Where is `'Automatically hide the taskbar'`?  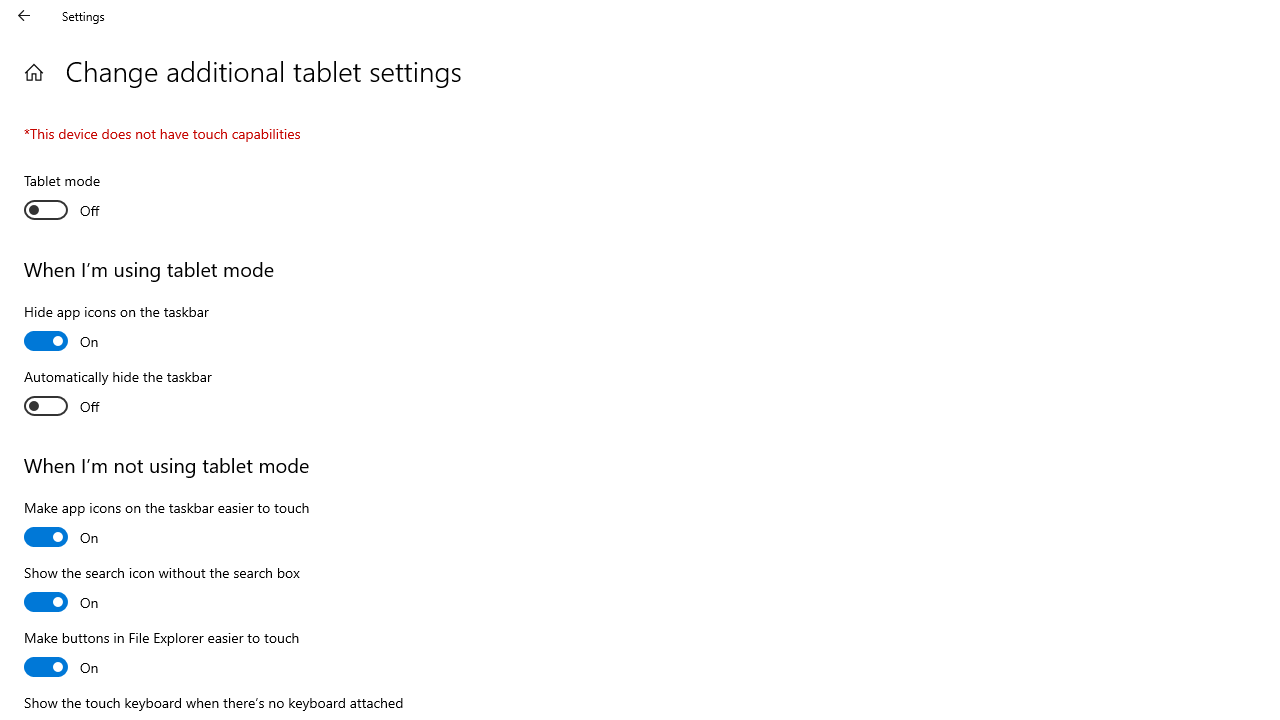
'Automatically hide the taskbar' is located at coordinates (117, 394).